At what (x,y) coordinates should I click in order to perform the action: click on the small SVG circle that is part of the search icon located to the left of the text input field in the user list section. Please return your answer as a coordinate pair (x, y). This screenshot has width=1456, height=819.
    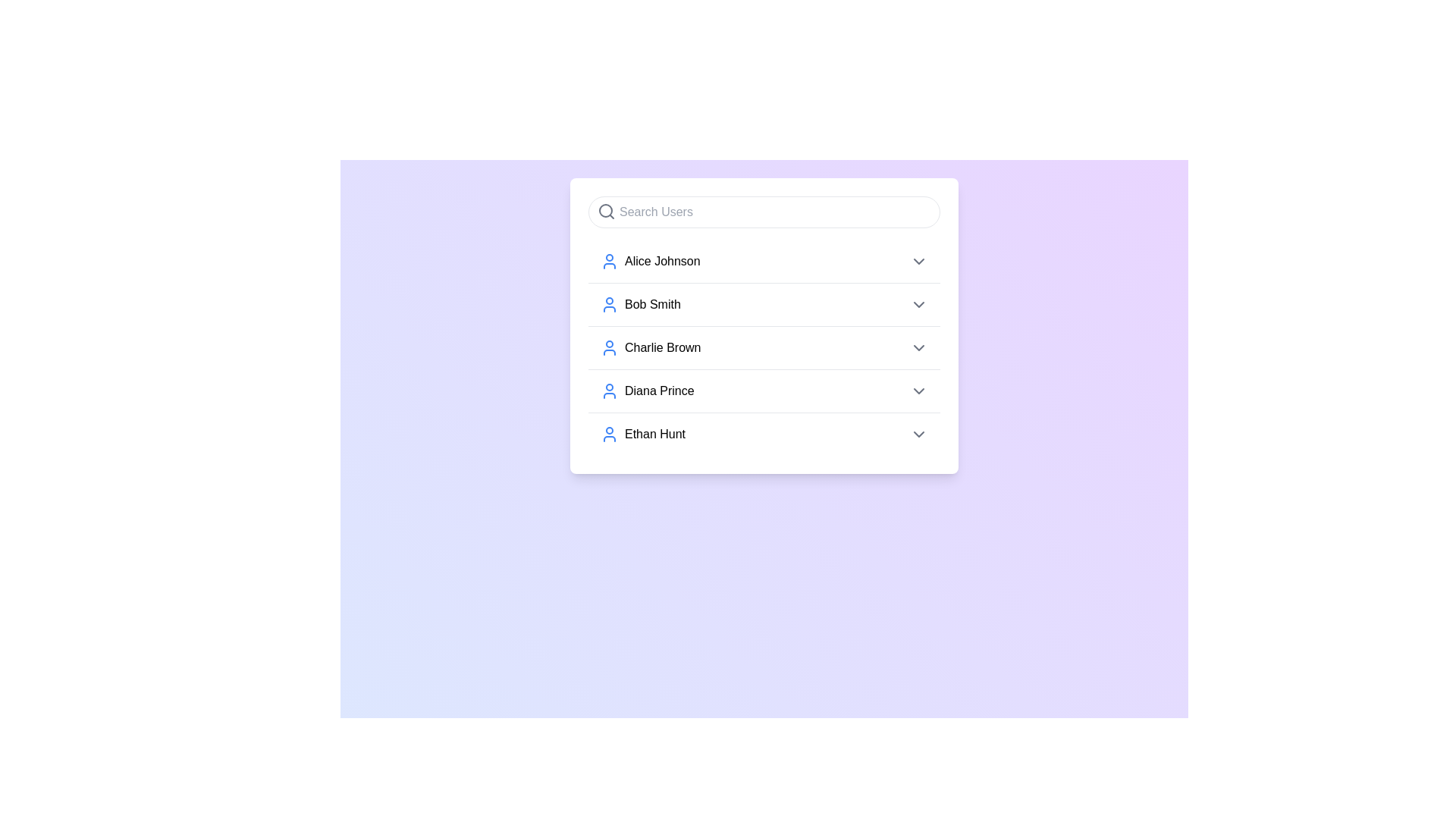
    Looking at the image, I should click on (604, 210).